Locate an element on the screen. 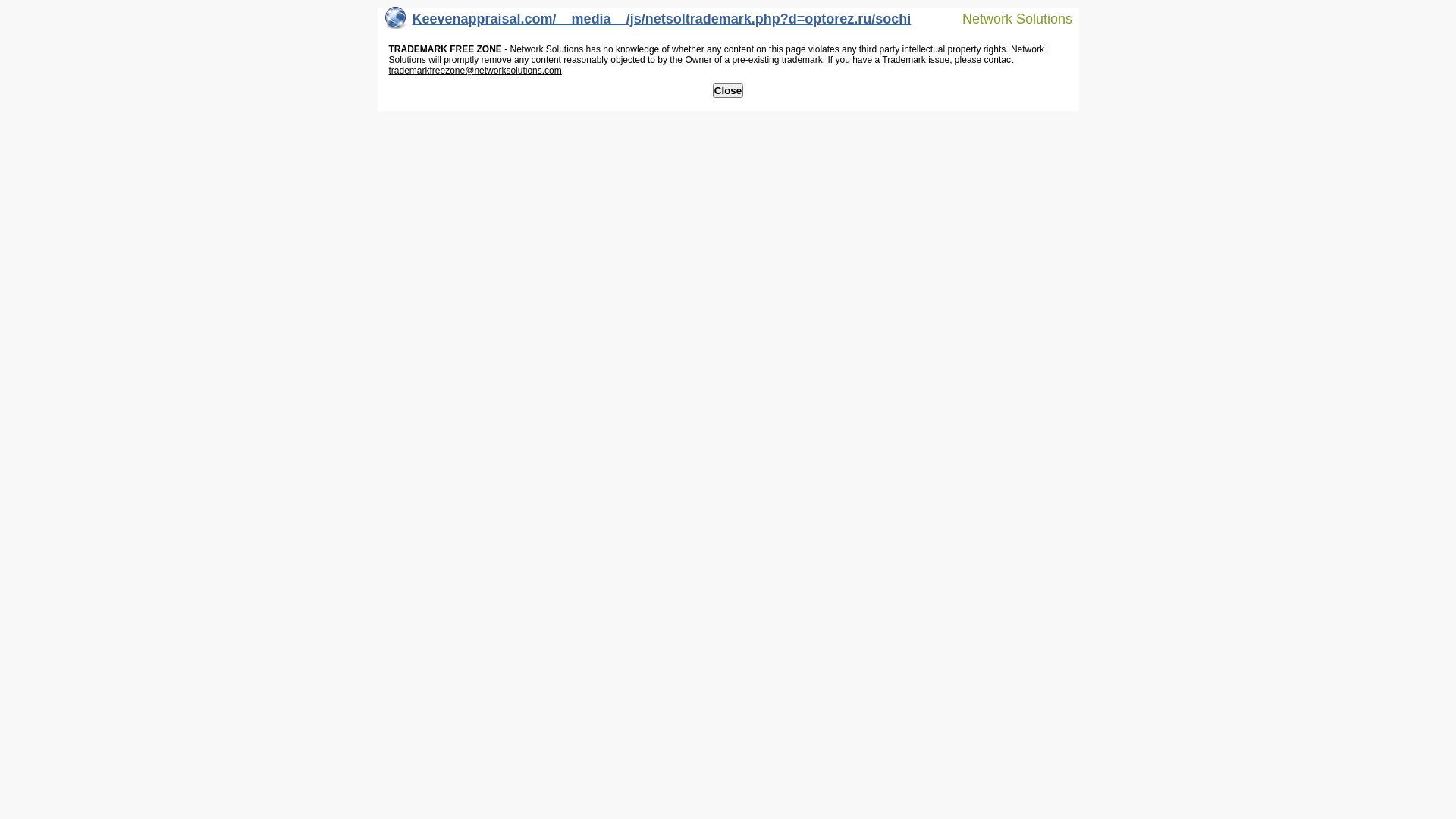  'Network Solutions' is located at coordinates (1008, 17).